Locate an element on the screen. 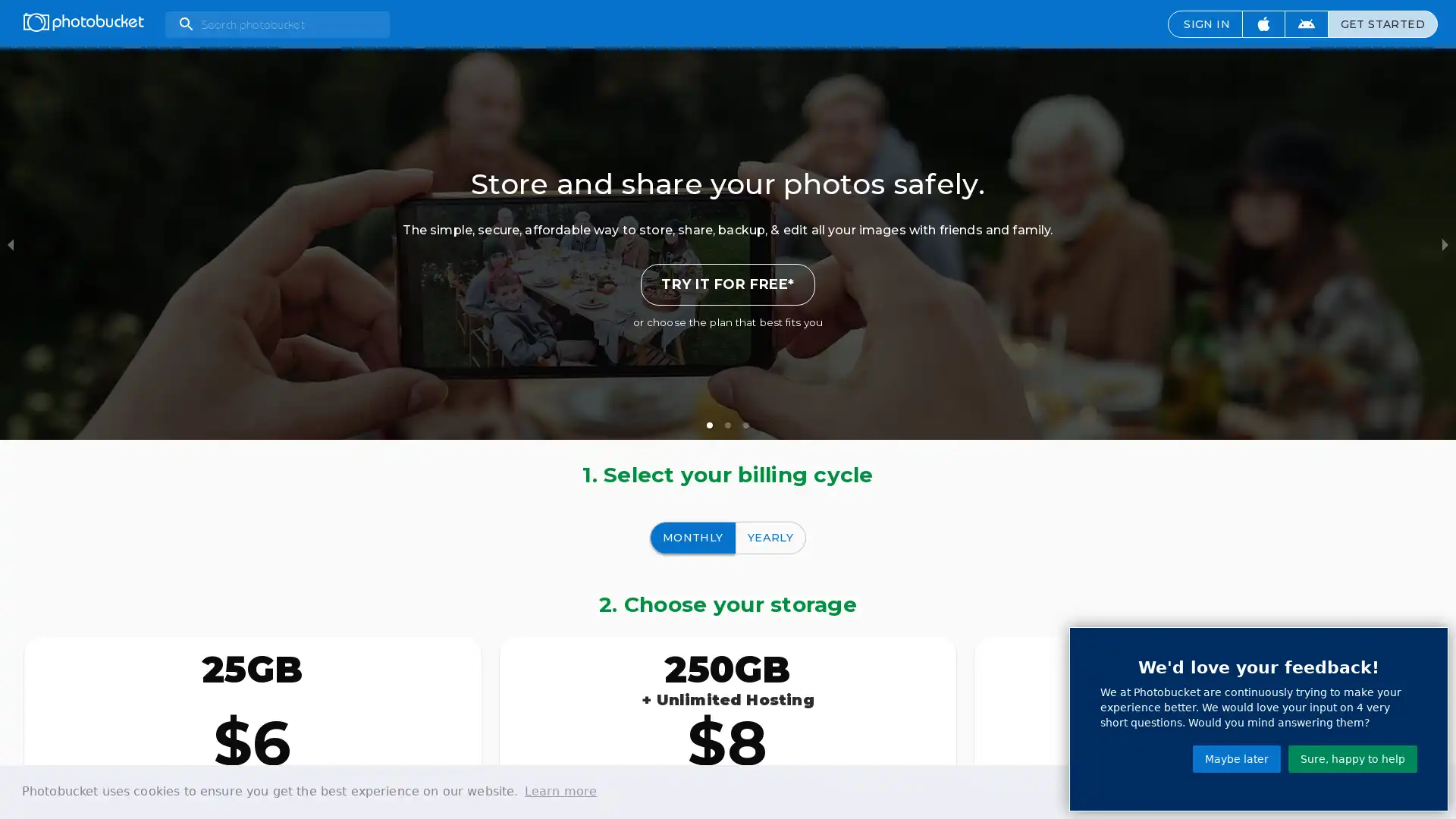 This screenshot has width=1456, height=819. MONTHLY is located at coordinates (691, 537).